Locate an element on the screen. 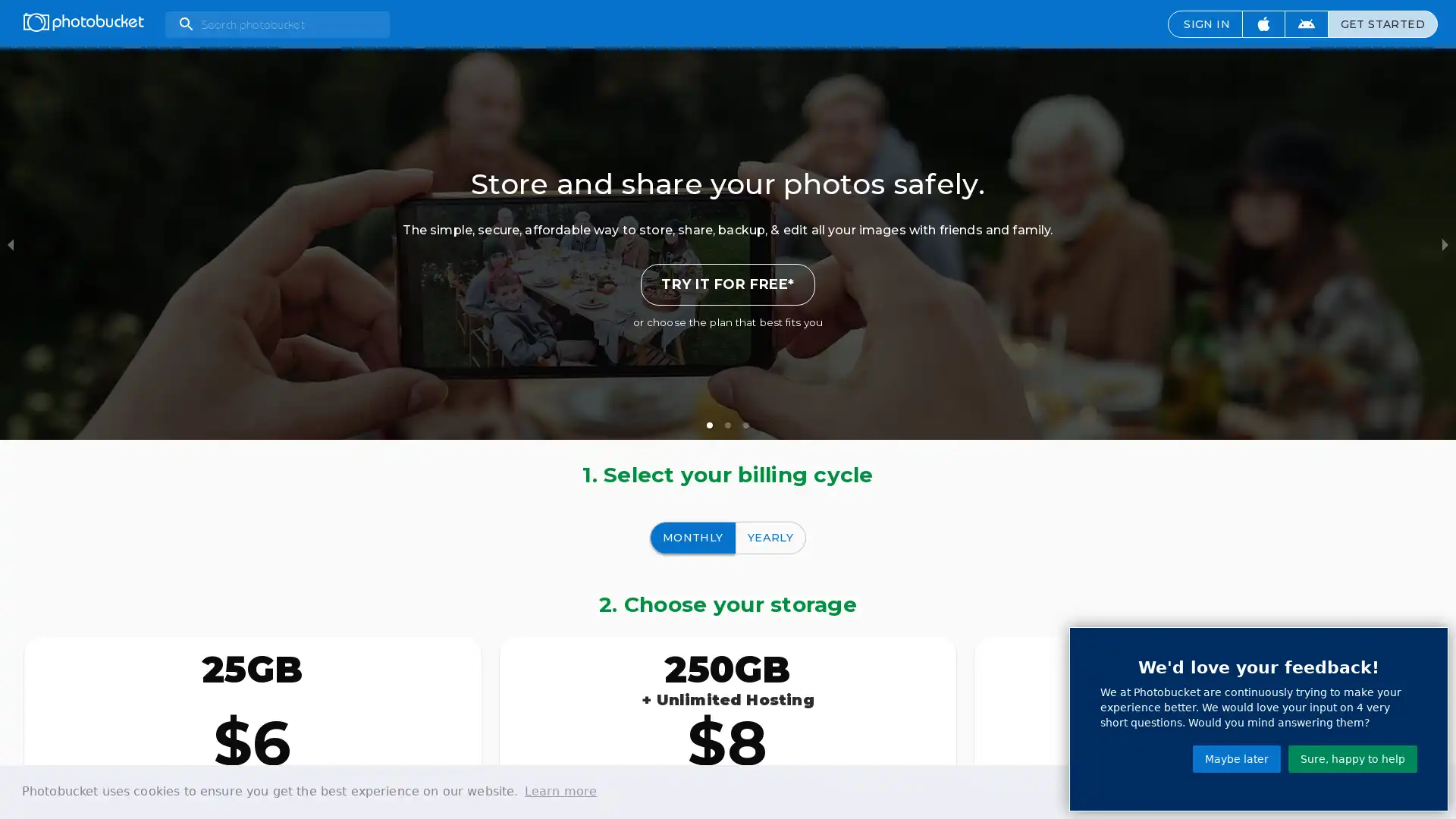 This screenshot has width=1456, height=819. MONTHLY is located at coordinates (691, 537).